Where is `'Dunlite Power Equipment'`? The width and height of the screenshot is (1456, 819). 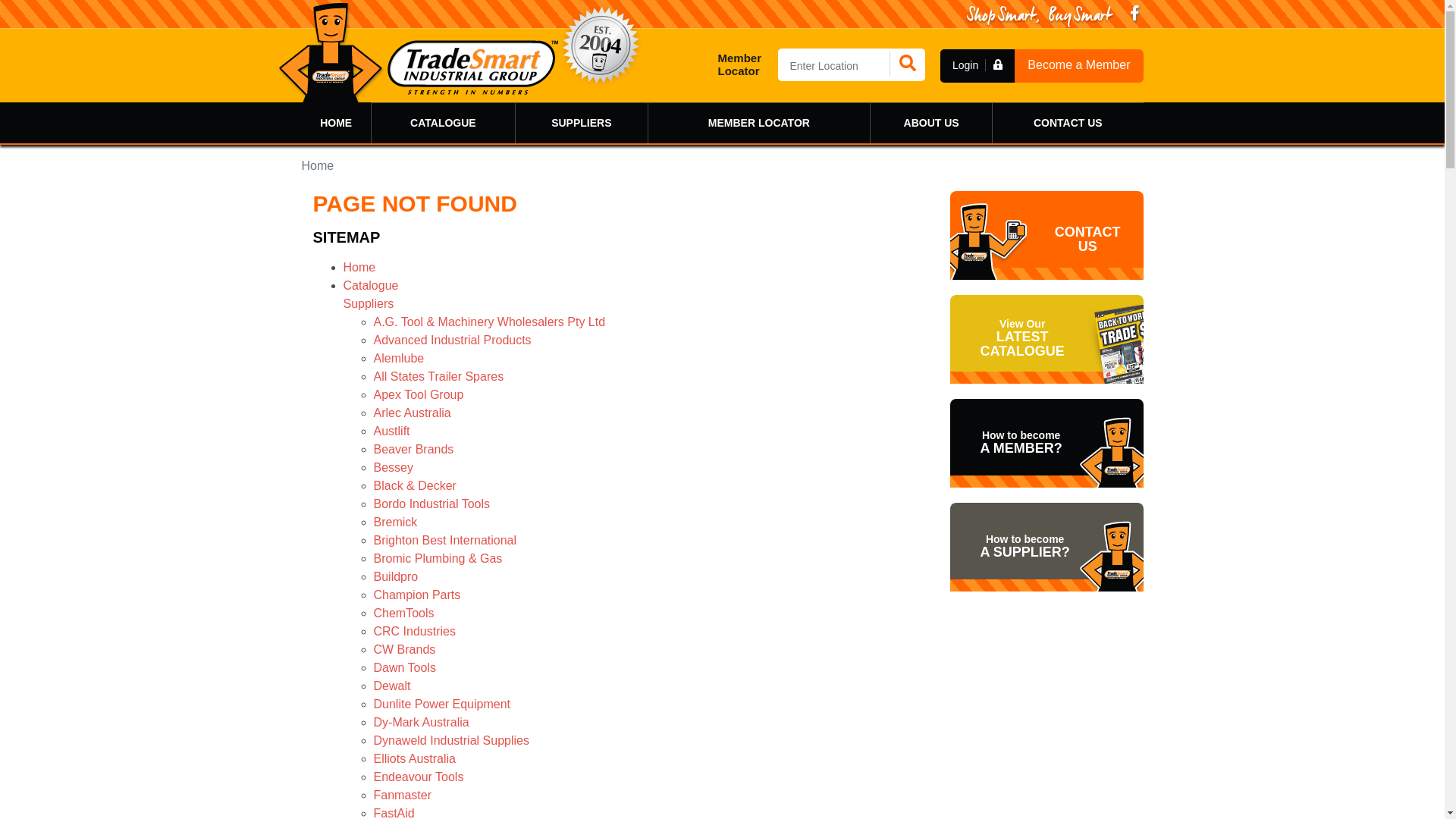 'Dunlite Power Equipment' is located at coordinates (372, 704).